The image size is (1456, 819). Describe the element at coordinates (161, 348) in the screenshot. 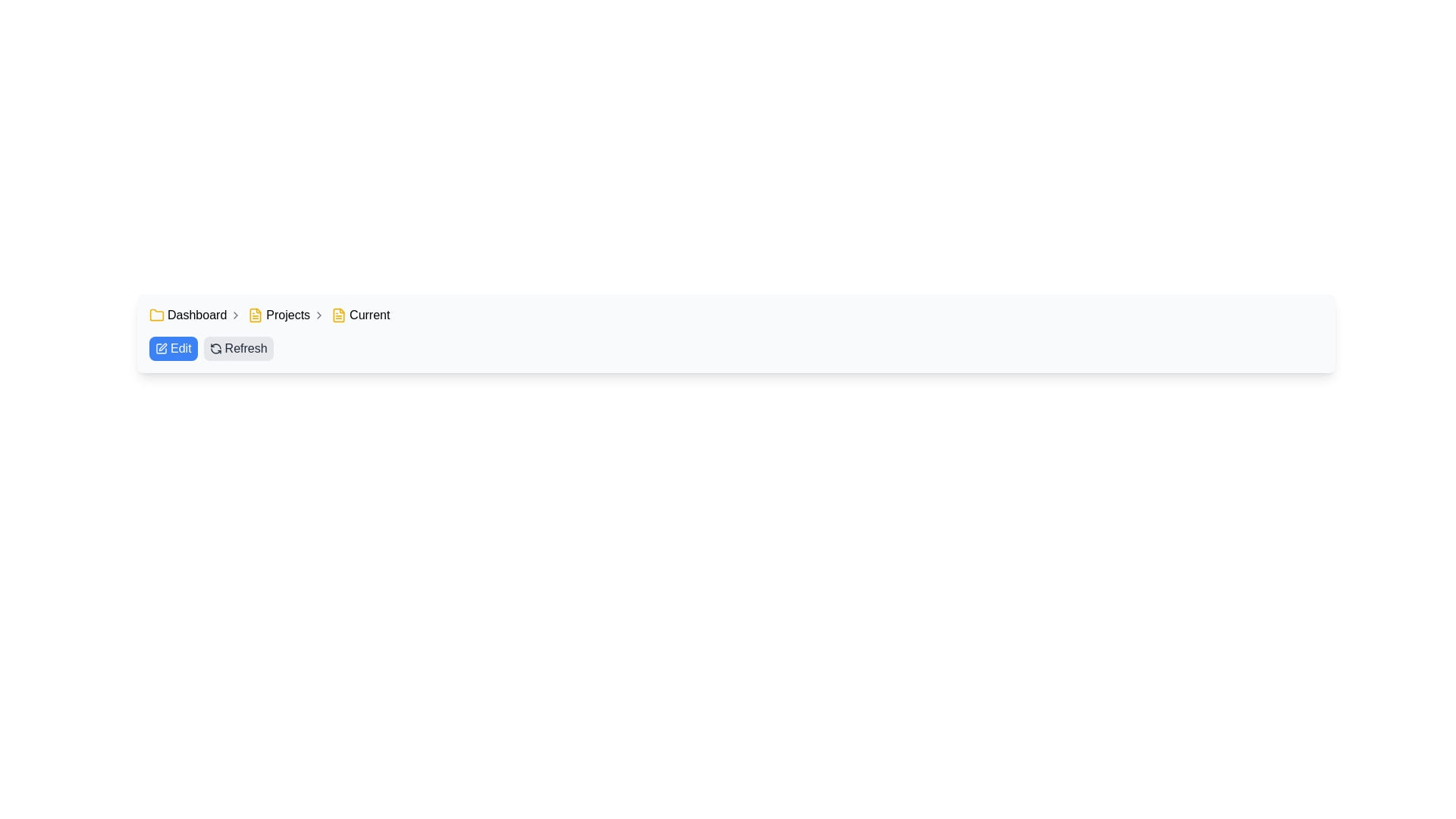

I see `the 'Edit' button icon, which visually represents the editing capability and is positioned as the left-most content within the button at the bottom-left of the interface` at that location.